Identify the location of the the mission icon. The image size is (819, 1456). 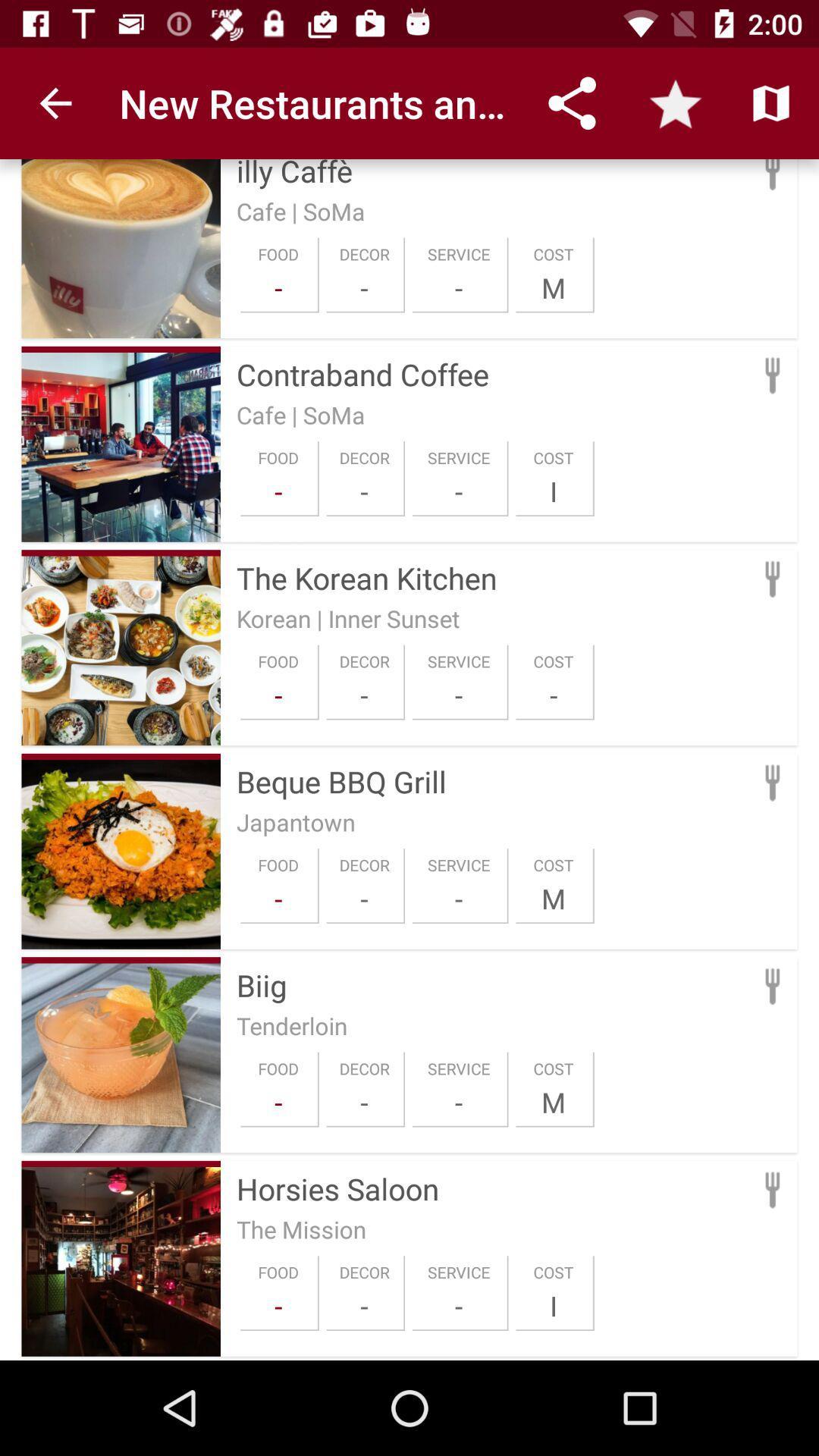
(301, 1229).